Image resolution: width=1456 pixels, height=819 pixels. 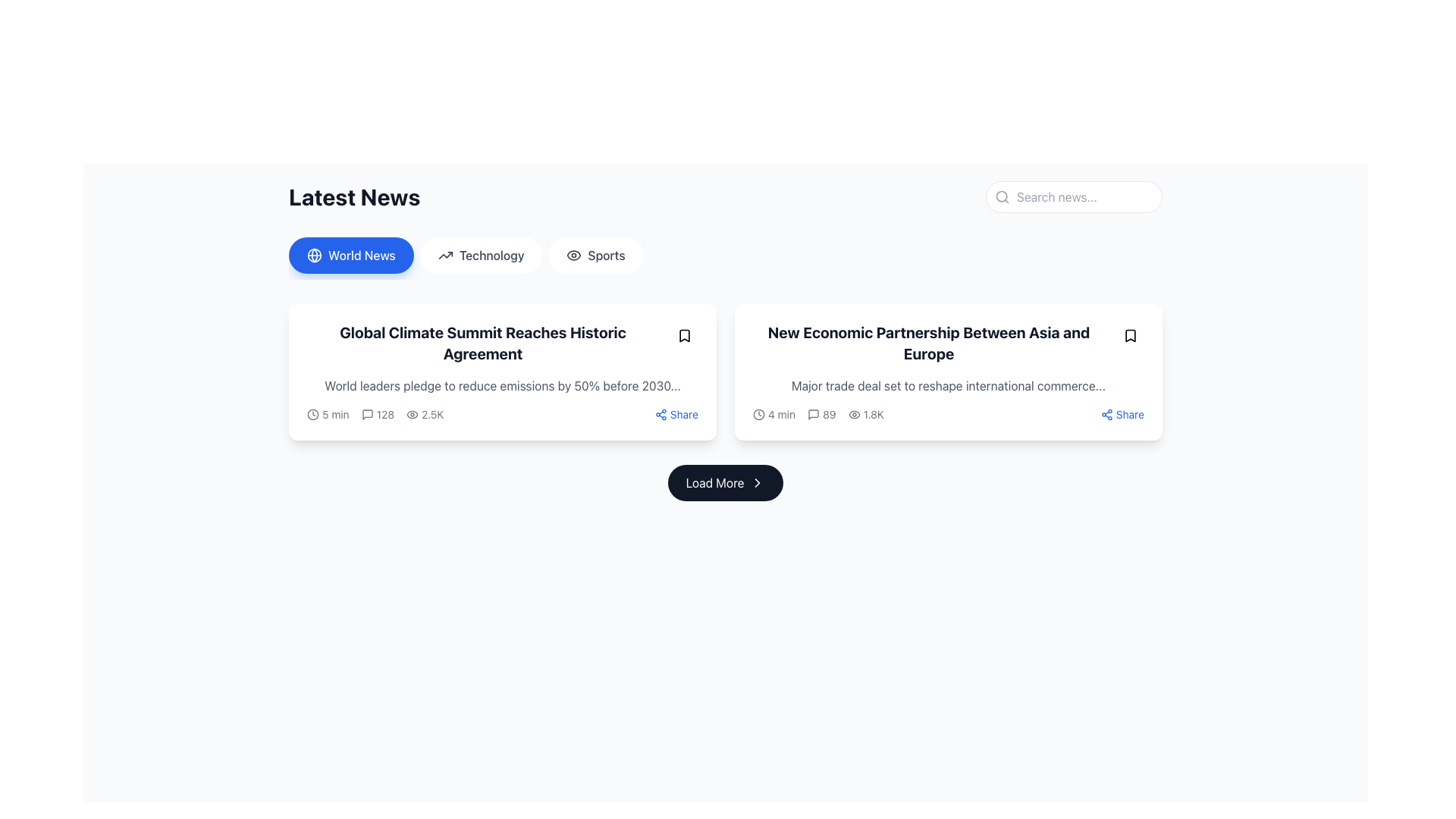 What do you see at coordinates (724, 482) in the screenshot?
I see `the 'Load More' button, which is a rounded rectangular button with white text on a dark background located at the bottom center of the interface` at bounding box center [724, 482].